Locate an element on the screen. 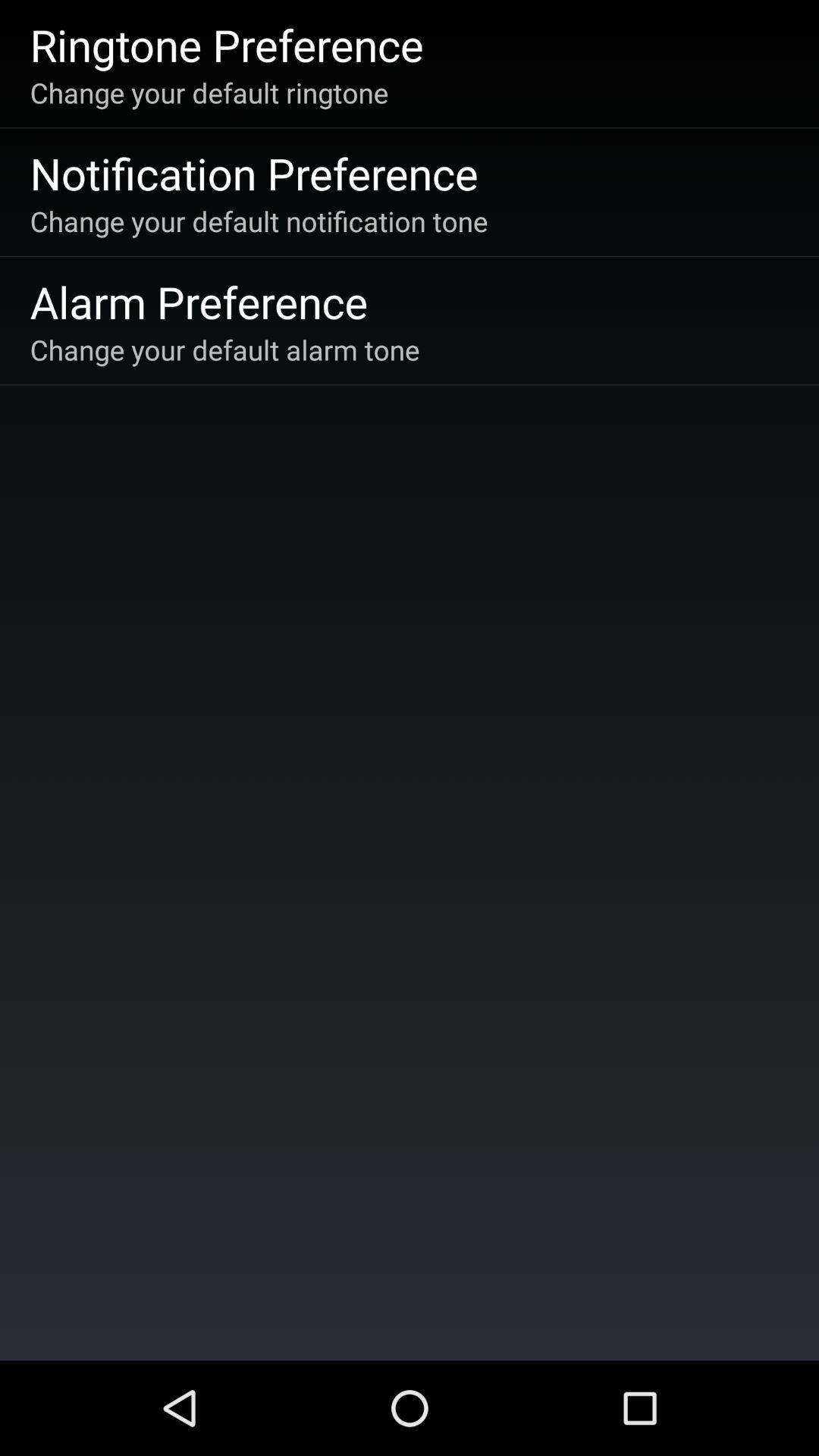  ringtone preference app is located at coordinates (227, 44).